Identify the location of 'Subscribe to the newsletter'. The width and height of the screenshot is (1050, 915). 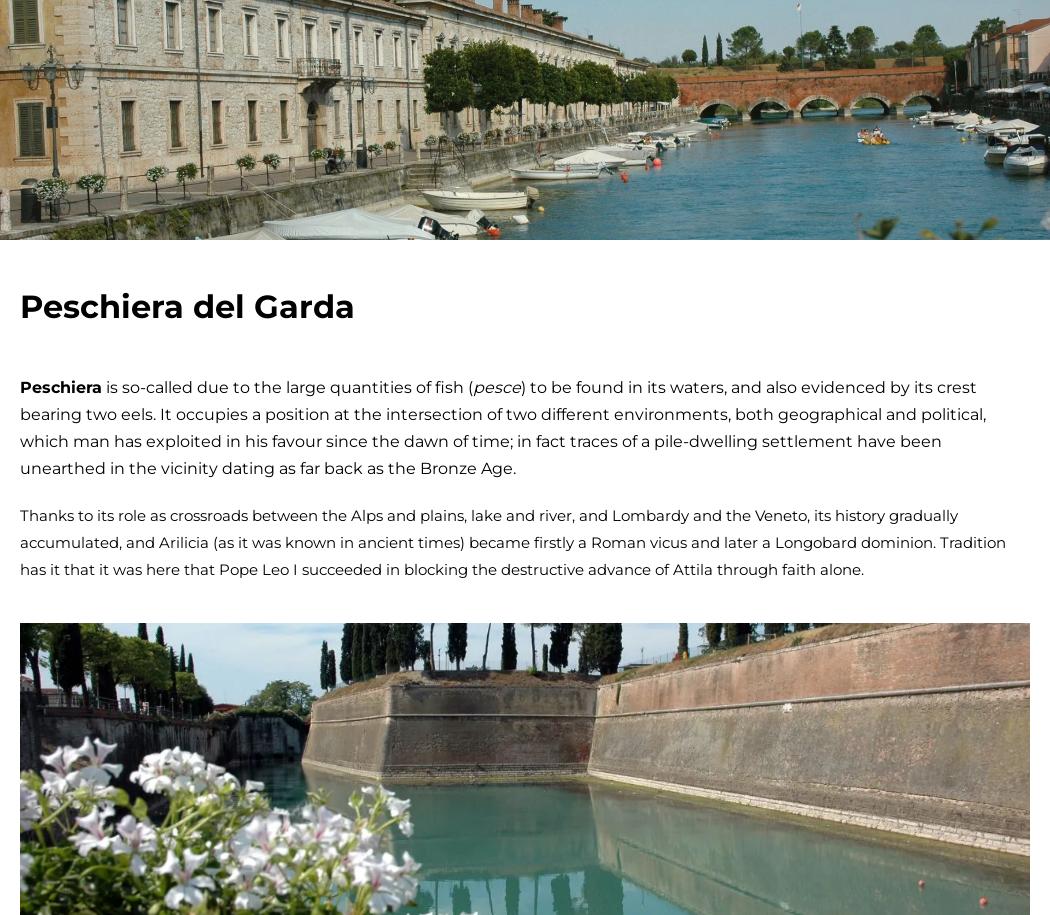
(199, 416).